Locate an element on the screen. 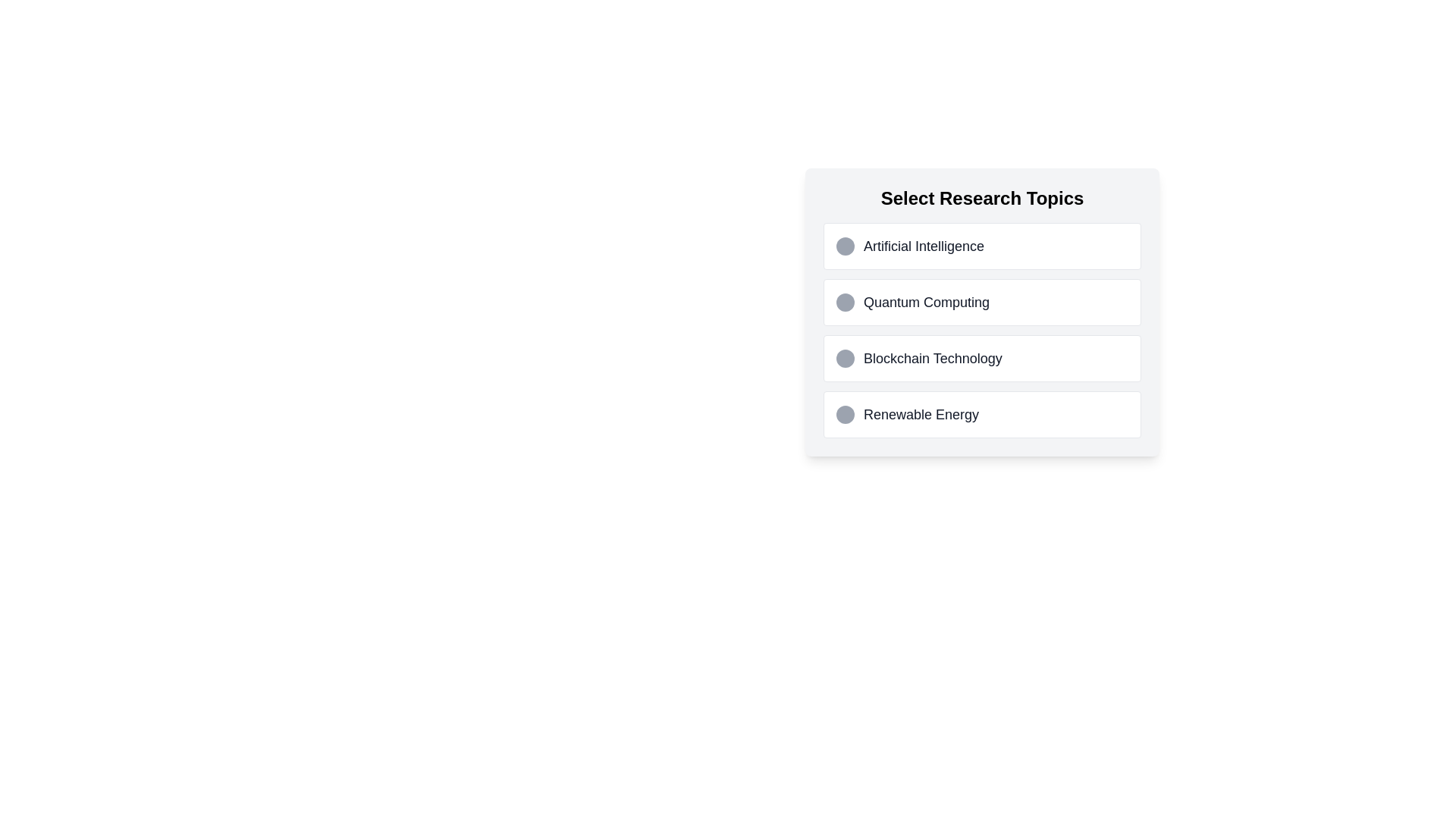 The height and width of the screenshot is (819, 1456). the circular gray radio button located to the left of the 'Artificial Intelligence' text label is located at coordinates (844, 245).